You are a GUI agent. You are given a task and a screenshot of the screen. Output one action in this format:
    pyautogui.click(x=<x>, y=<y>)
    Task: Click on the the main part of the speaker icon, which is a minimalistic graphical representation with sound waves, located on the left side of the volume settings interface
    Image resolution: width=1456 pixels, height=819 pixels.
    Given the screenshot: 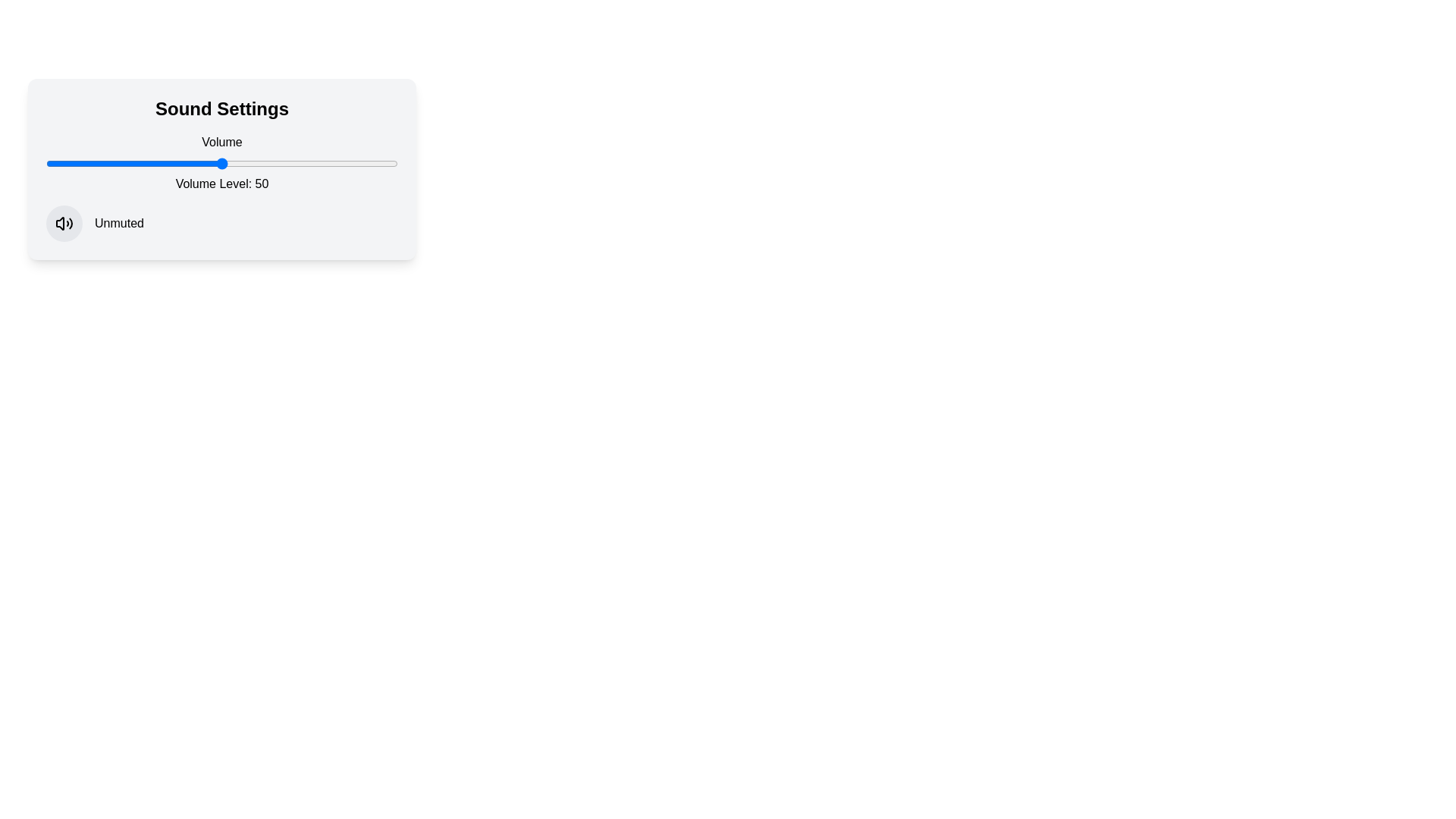 What is the action you would take?
    pyautogui.click(x=60, y=223)
    